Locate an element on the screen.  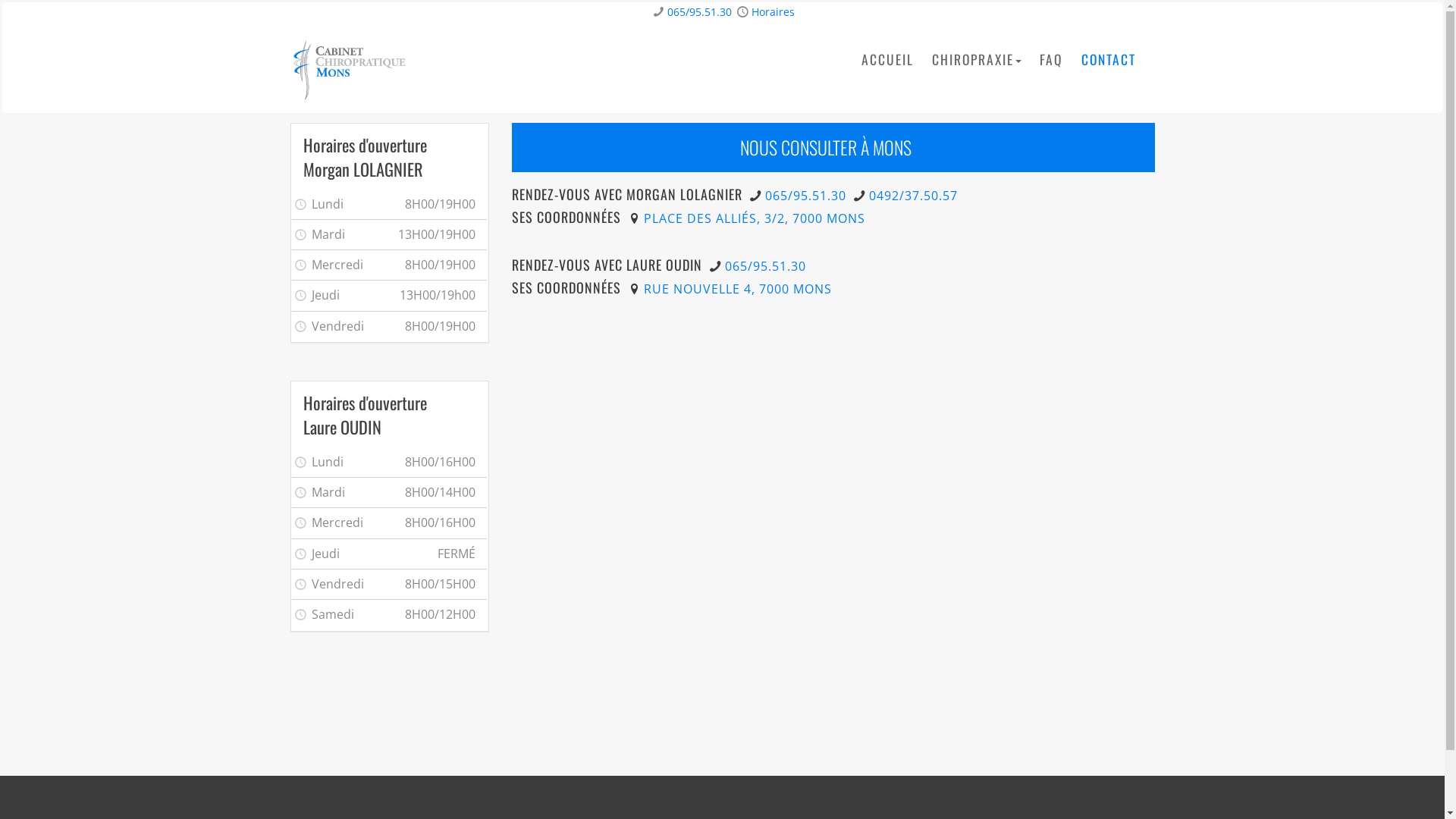
'CONTACT' is located at coordinates (1109, 58).